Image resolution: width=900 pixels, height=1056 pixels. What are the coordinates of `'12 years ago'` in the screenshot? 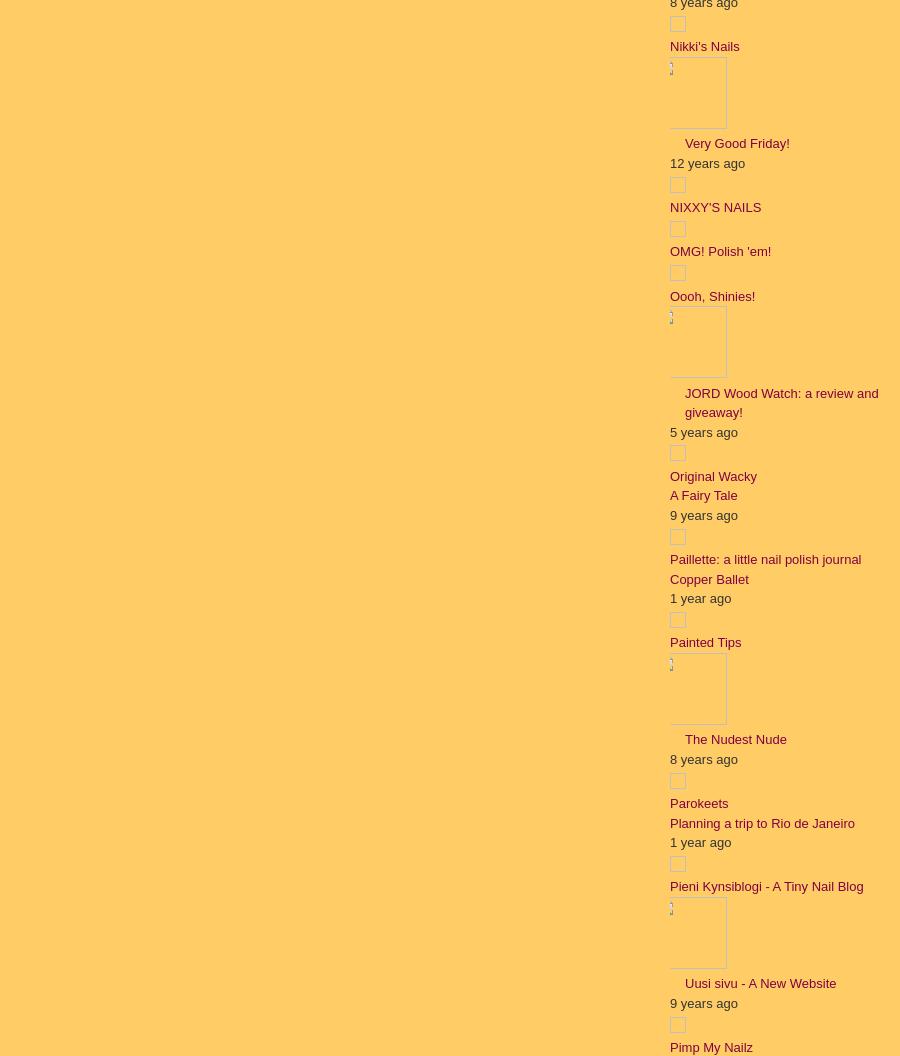 It's located at (706, 162).